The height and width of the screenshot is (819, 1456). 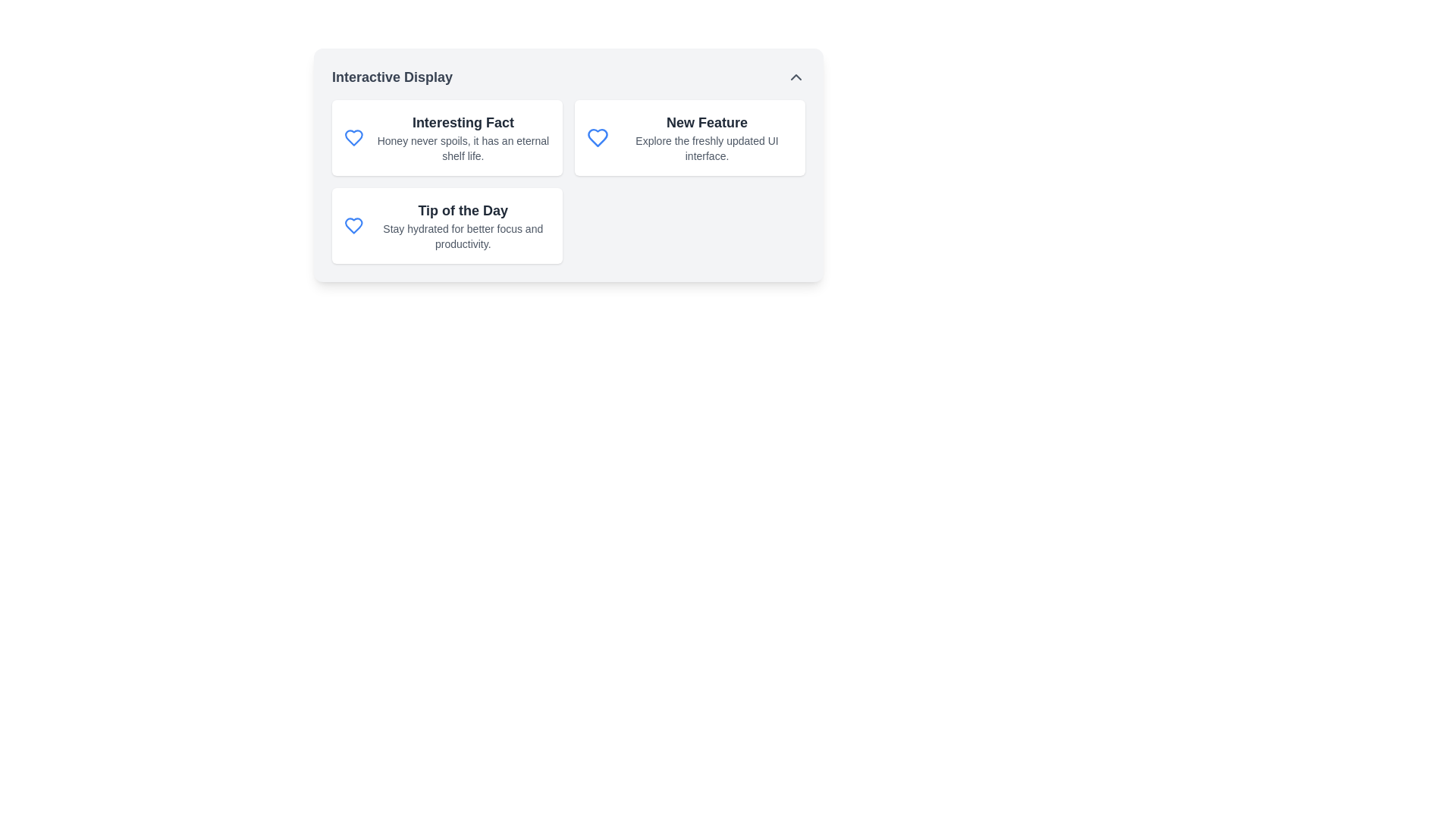 What do you see at coordinates (462, 137) in the screenshot?
I see `the Text display block that shows the title 'Interesting Fact' and description 'Honey never spoils, it has an eternal shelf life.'` at bounding box center [462, 137].